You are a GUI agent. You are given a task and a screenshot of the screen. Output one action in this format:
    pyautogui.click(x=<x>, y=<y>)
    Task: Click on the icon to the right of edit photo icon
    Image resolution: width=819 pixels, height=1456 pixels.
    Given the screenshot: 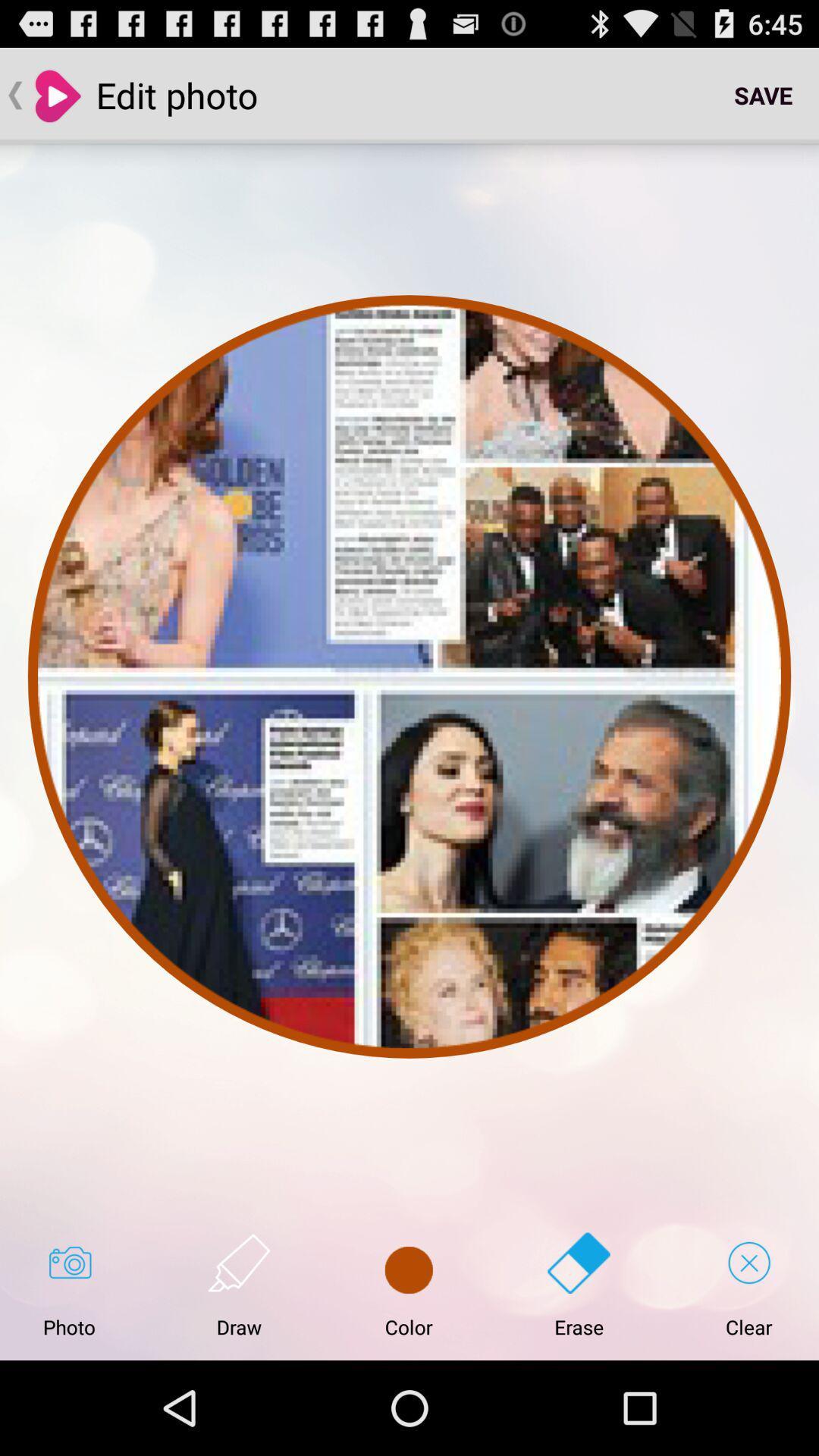 What is the action you would take?
    pyautogui.click(x=763, y=94)
    